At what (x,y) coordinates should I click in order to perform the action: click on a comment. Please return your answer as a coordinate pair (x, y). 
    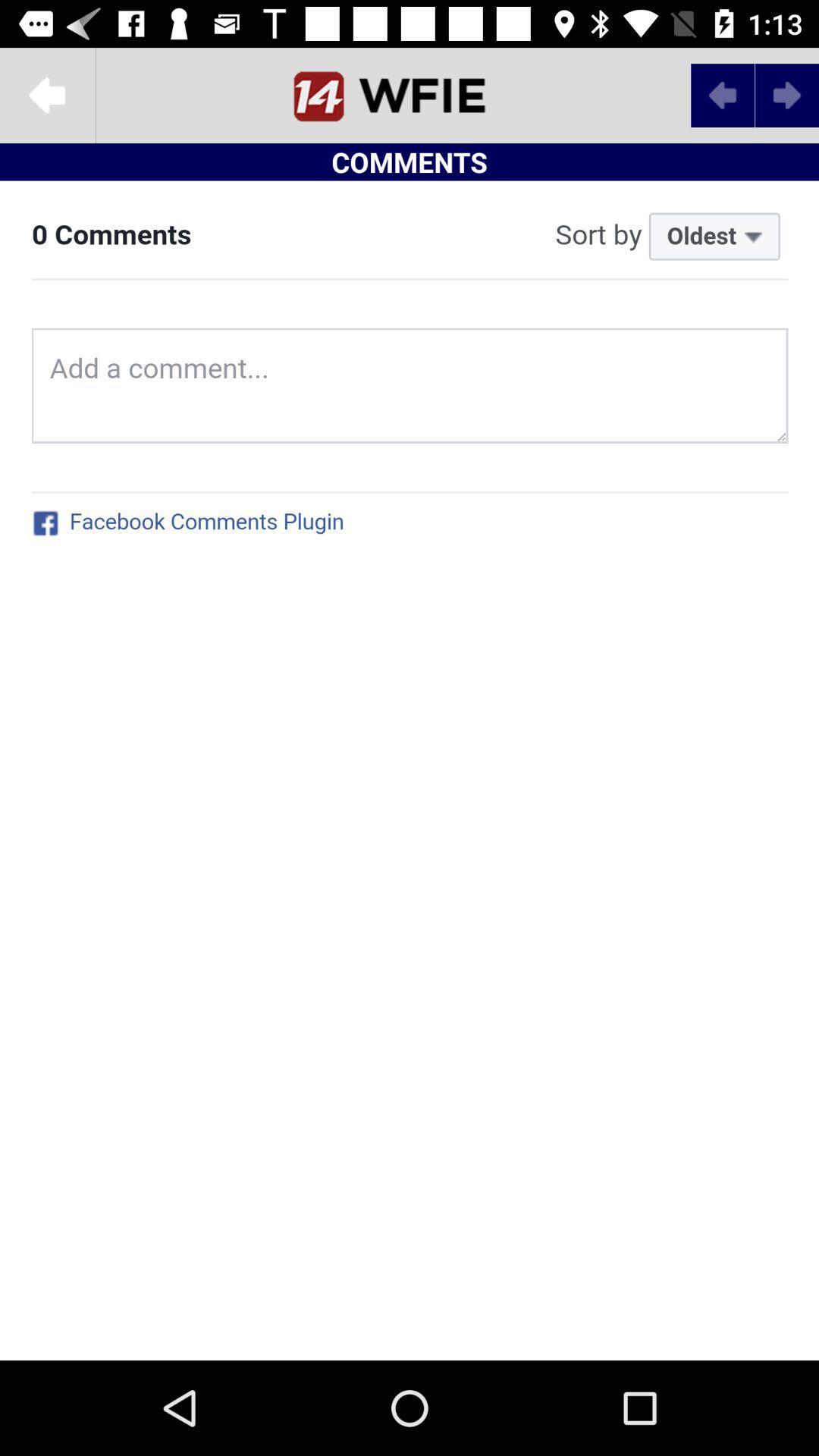
    Looking at the image, I should click on (409, 770).